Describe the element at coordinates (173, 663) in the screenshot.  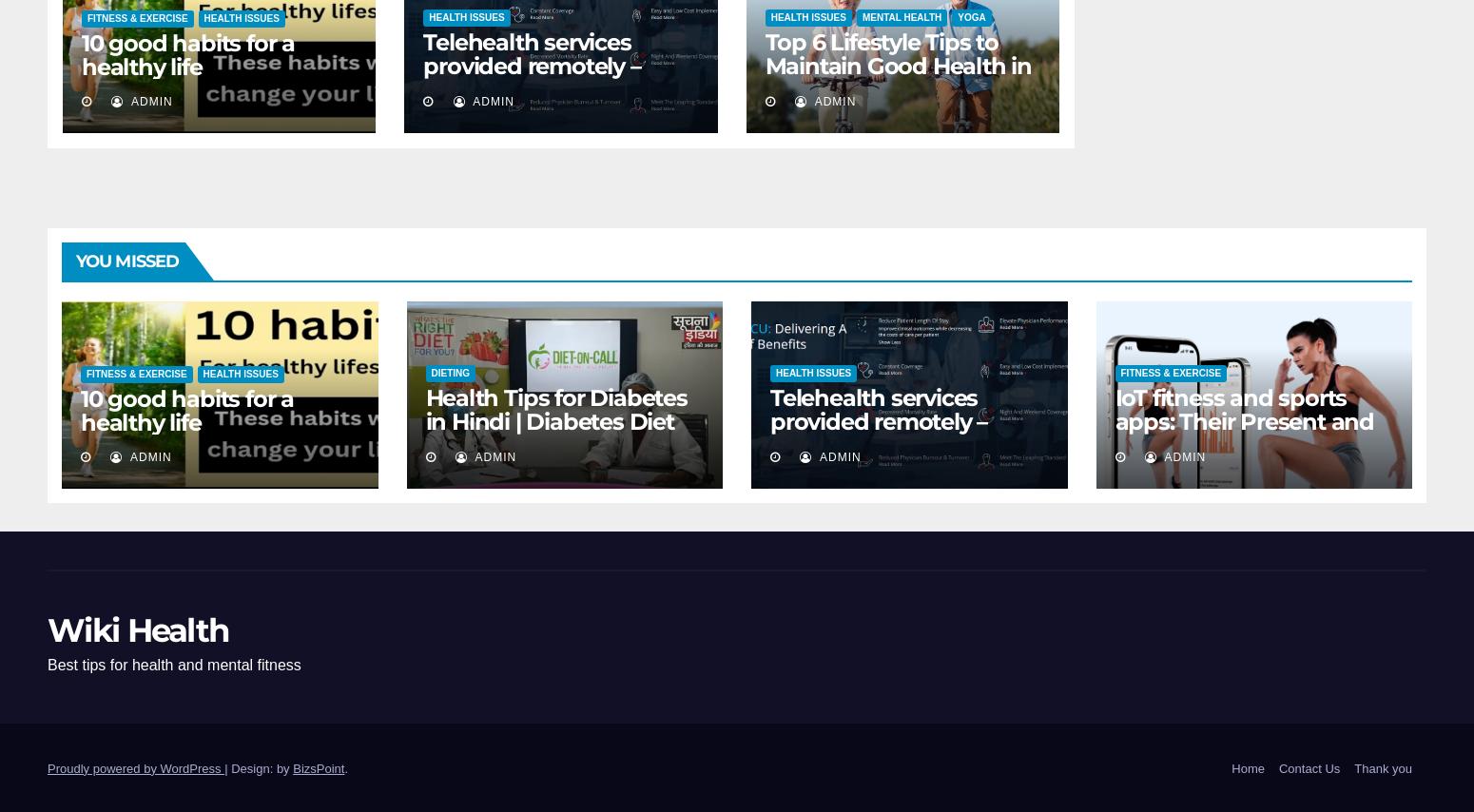
I see `'Best tips for health and mental fitness'` at that location.